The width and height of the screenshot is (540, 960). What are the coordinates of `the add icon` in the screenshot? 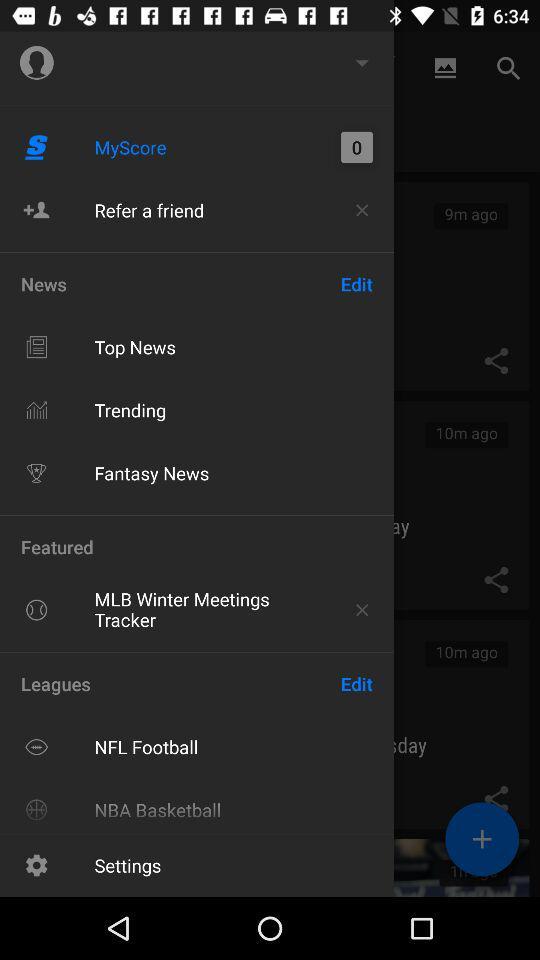 It's located at (481, 839).